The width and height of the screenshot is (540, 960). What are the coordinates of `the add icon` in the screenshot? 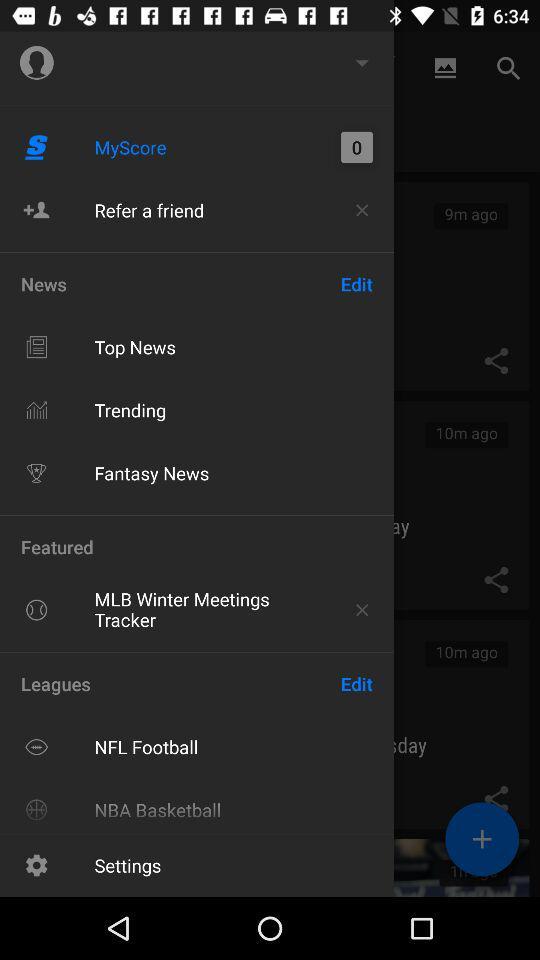 It's located at (481, 839).